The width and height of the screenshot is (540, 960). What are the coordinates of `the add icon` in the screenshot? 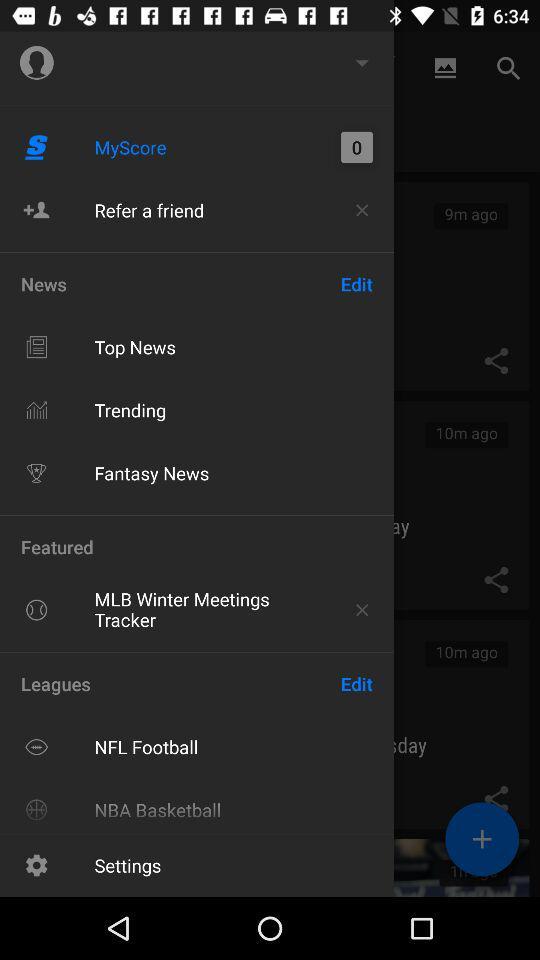 It's located at (481, 839).